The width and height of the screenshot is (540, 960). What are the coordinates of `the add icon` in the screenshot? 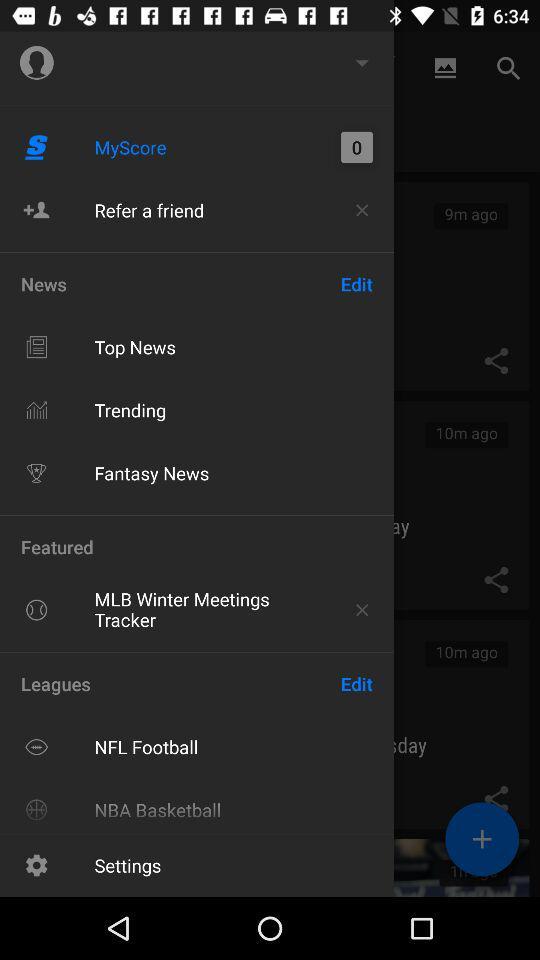 It's located at (481, 839).